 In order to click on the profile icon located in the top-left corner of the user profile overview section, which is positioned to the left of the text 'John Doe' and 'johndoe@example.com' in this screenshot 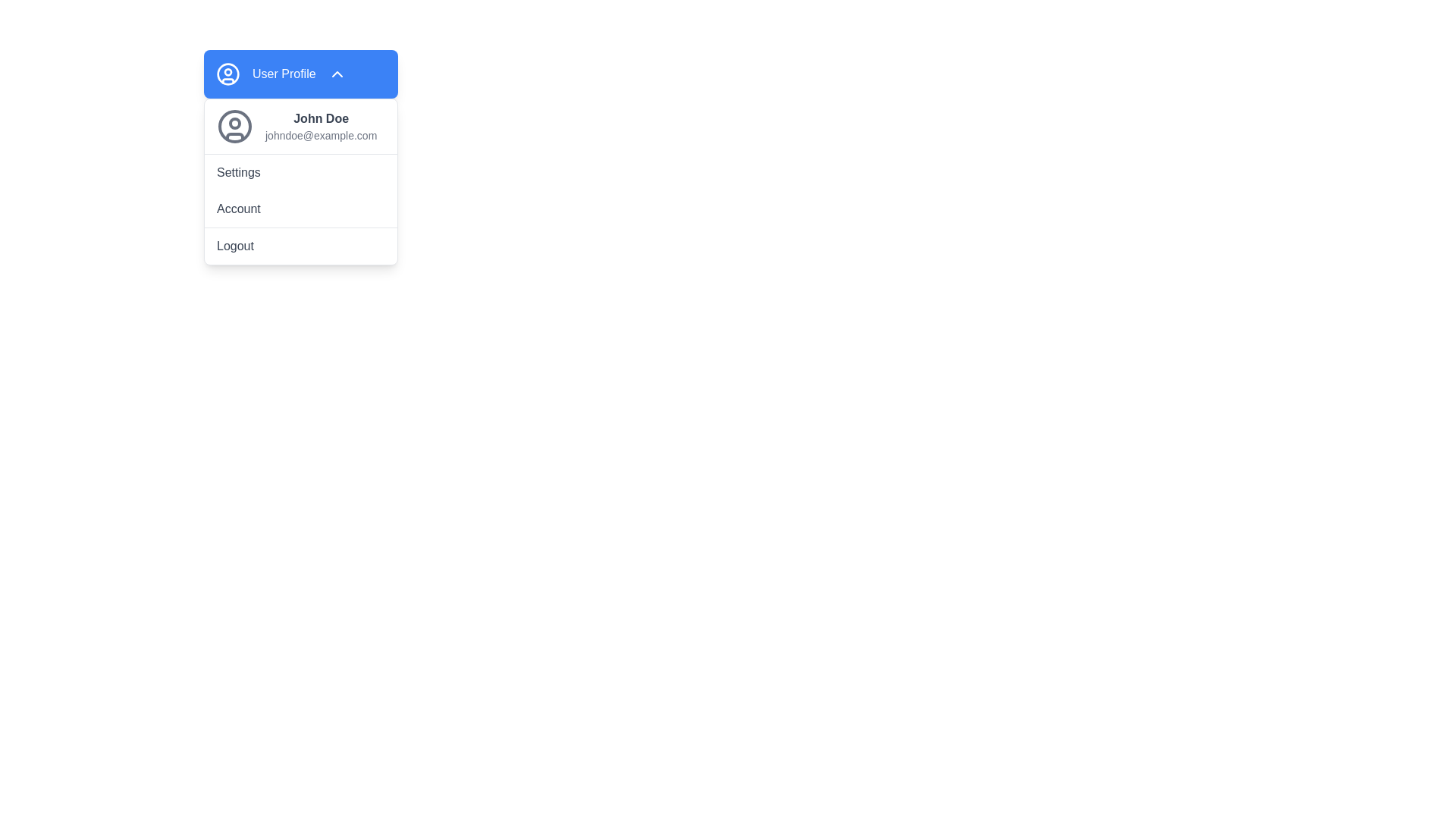, I will do `click(234, 125)`.